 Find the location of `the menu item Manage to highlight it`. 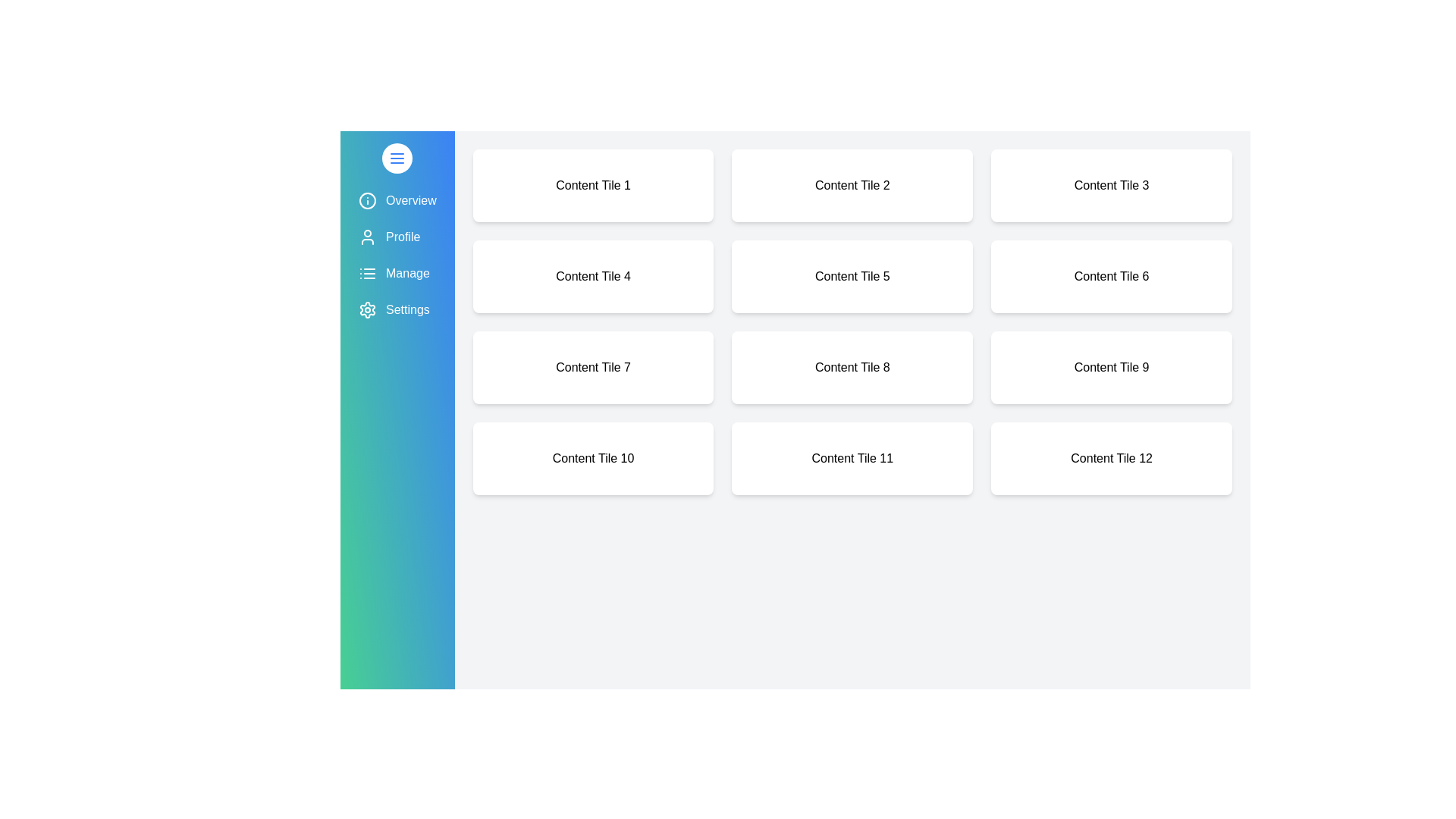

the menu item Manage to highlight it is located at coordinates (397, 274).